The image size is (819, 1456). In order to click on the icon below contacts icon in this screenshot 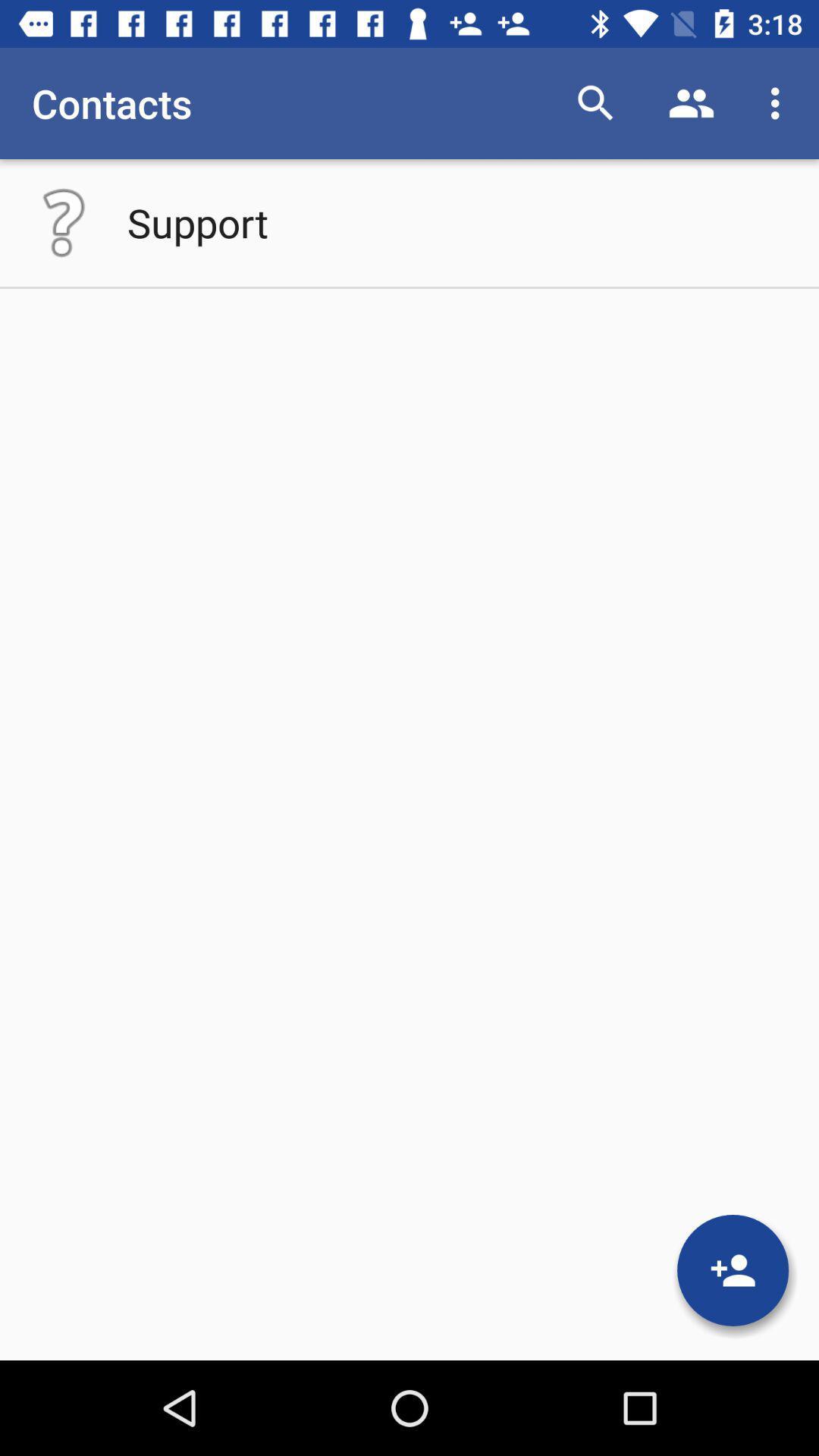, I will do `click(63, 221)`.